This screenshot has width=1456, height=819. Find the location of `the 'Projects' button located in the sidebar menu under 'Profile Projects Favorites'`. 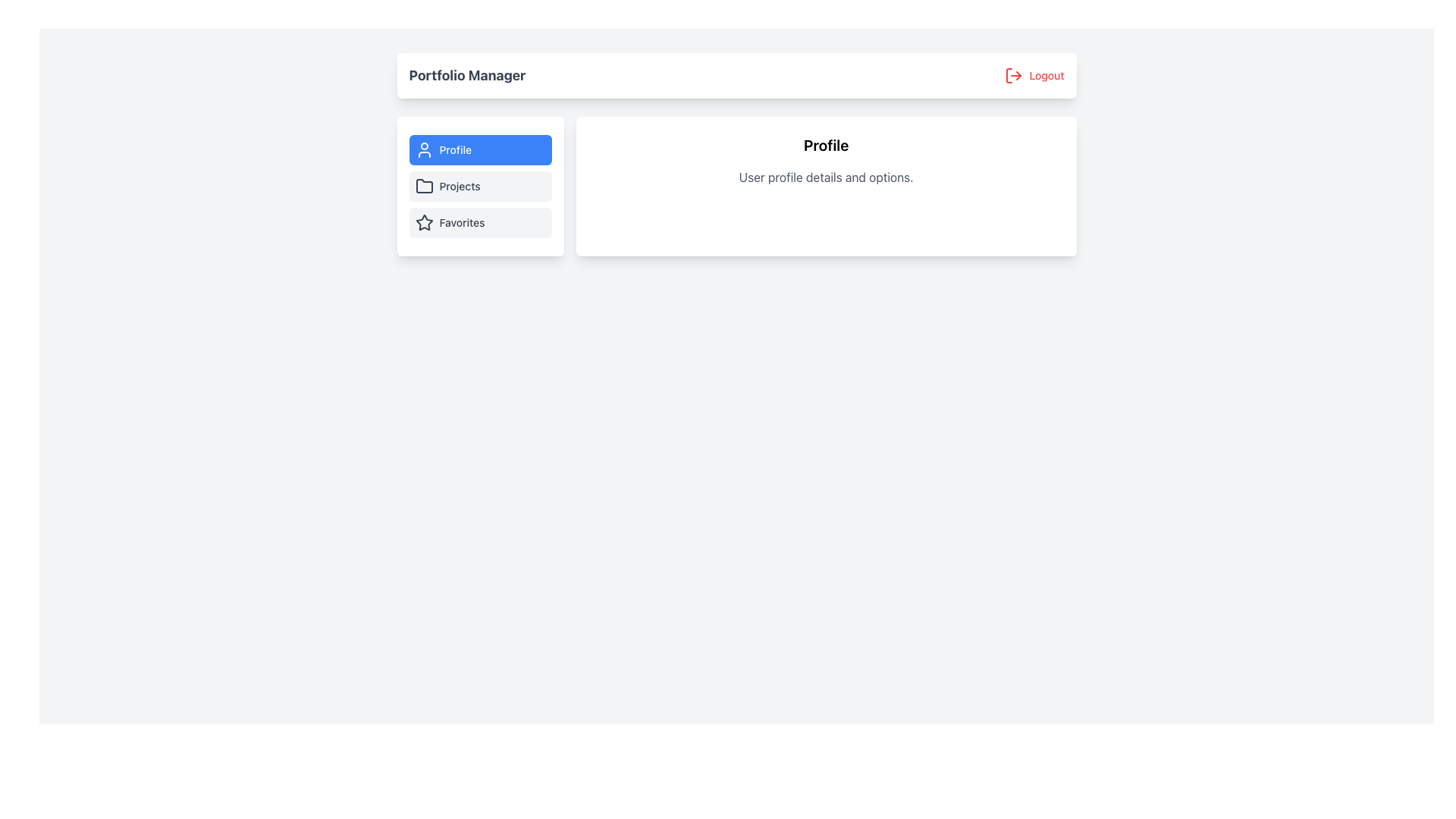

the 'Projects' button located in the sidebar menu under 'Profile Projects Favorites' is located at coordinates (479, 186).